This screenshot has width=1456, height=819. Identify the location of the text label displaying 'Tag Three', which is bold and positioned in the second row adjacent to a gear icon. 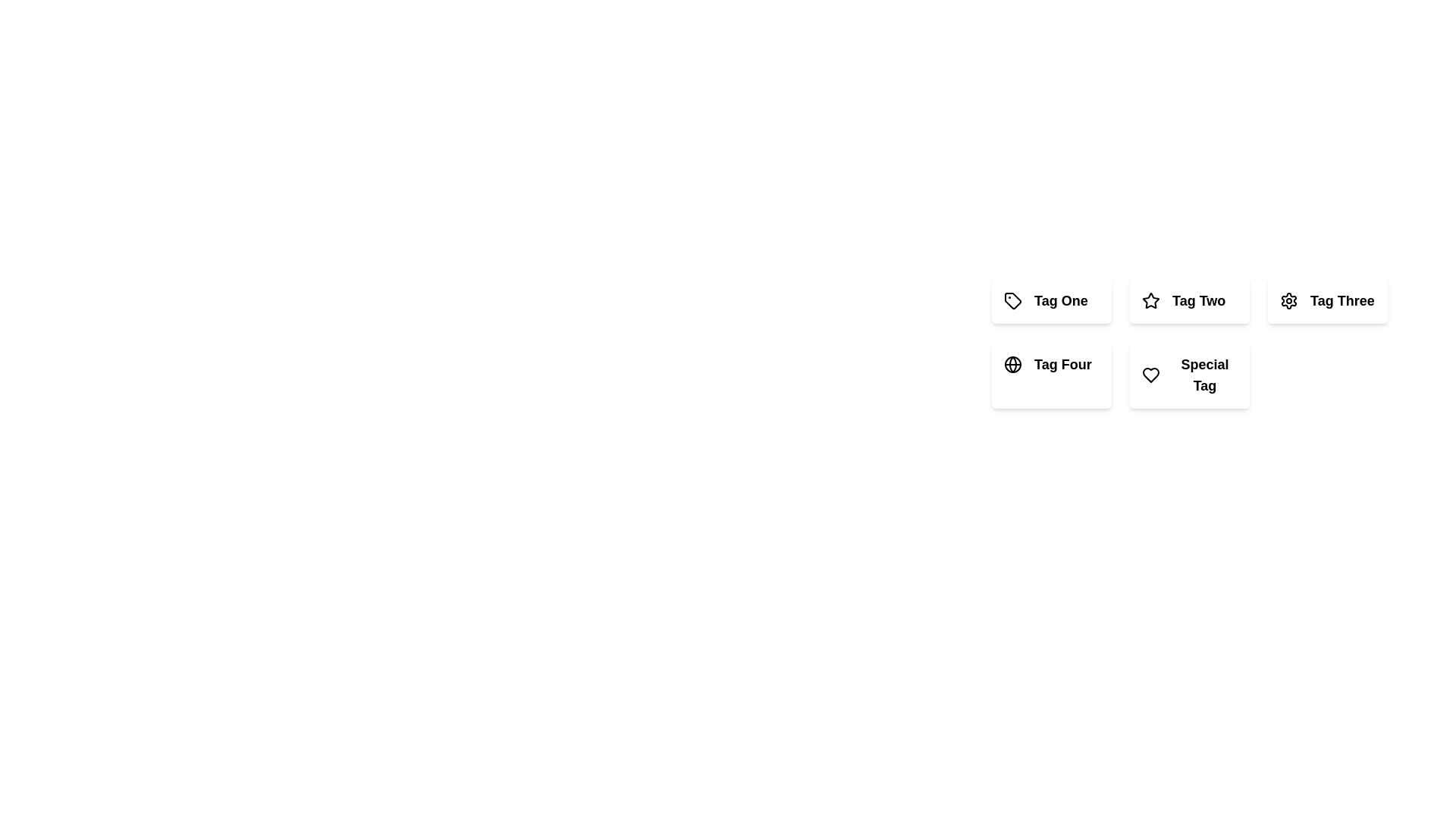
(1342, 301).